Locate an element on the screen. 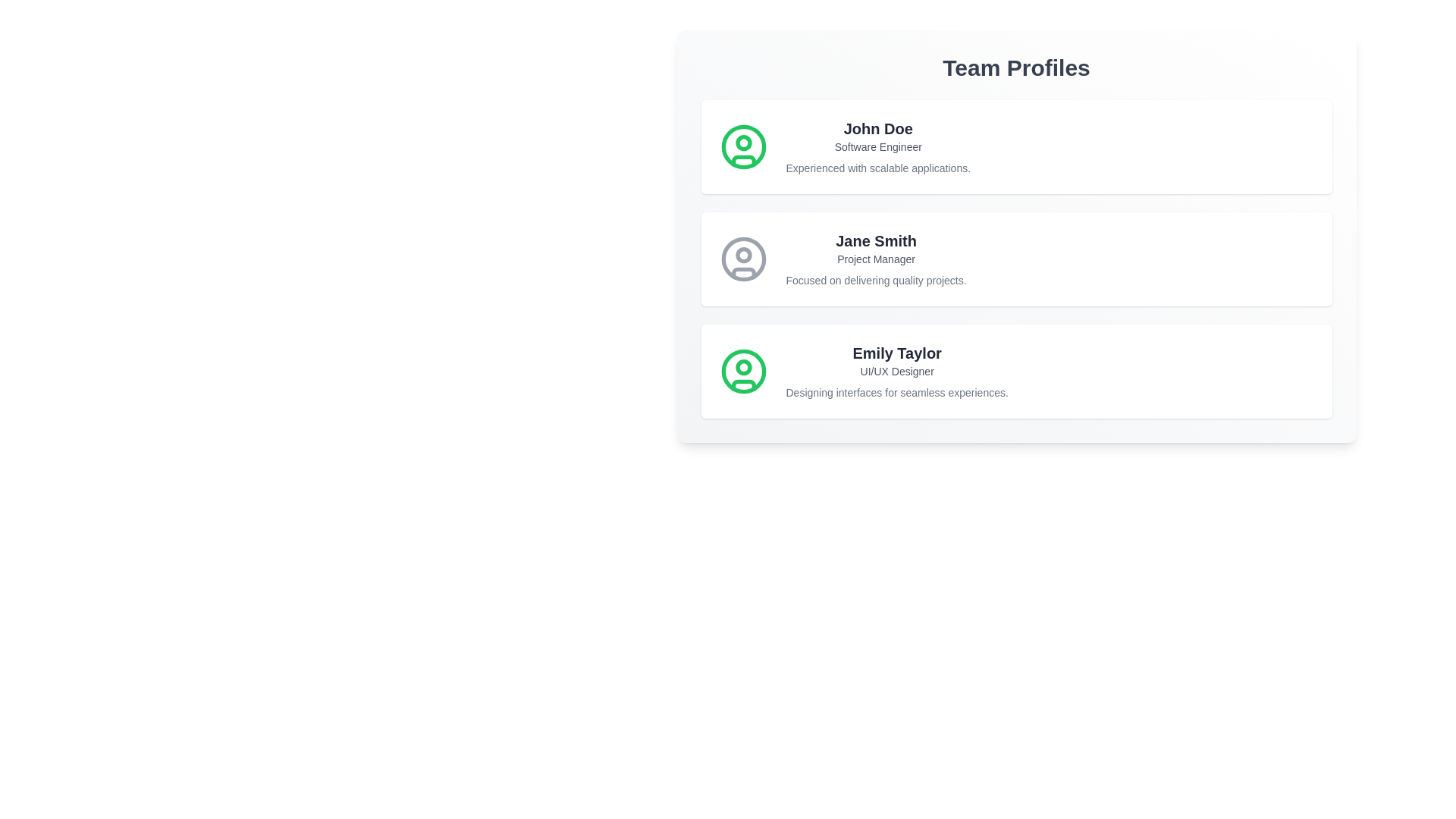  the profile card of Jane Smith is located at coordinates (1016, 259).